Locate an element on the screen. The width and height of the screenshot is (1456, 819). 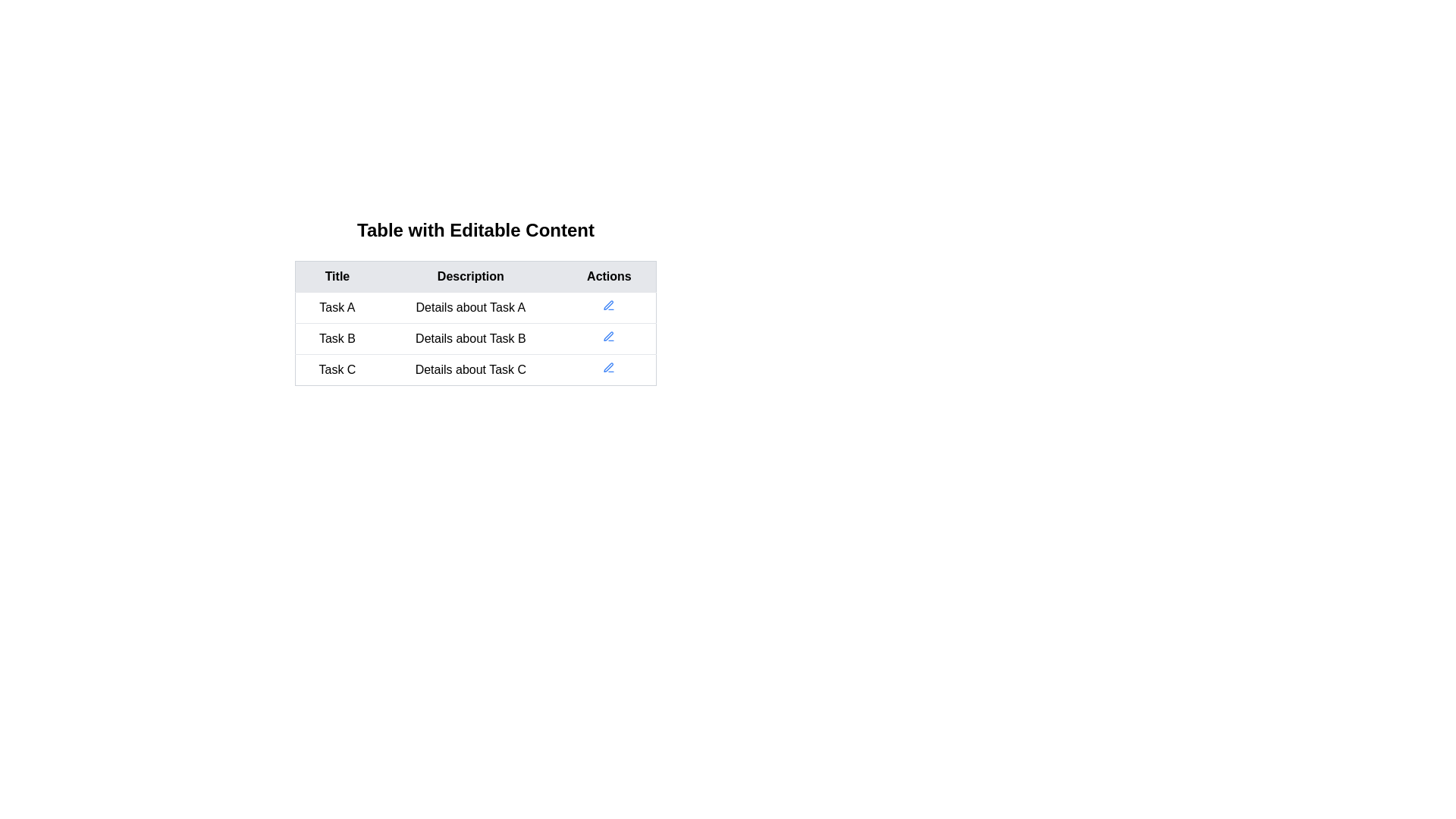
the text label stating 'Details about Task A', which is centrally aligned in the 'Description' column of the first row of the table, positioned between 'Task A' and an action icon is located at coordinates (469, 307).